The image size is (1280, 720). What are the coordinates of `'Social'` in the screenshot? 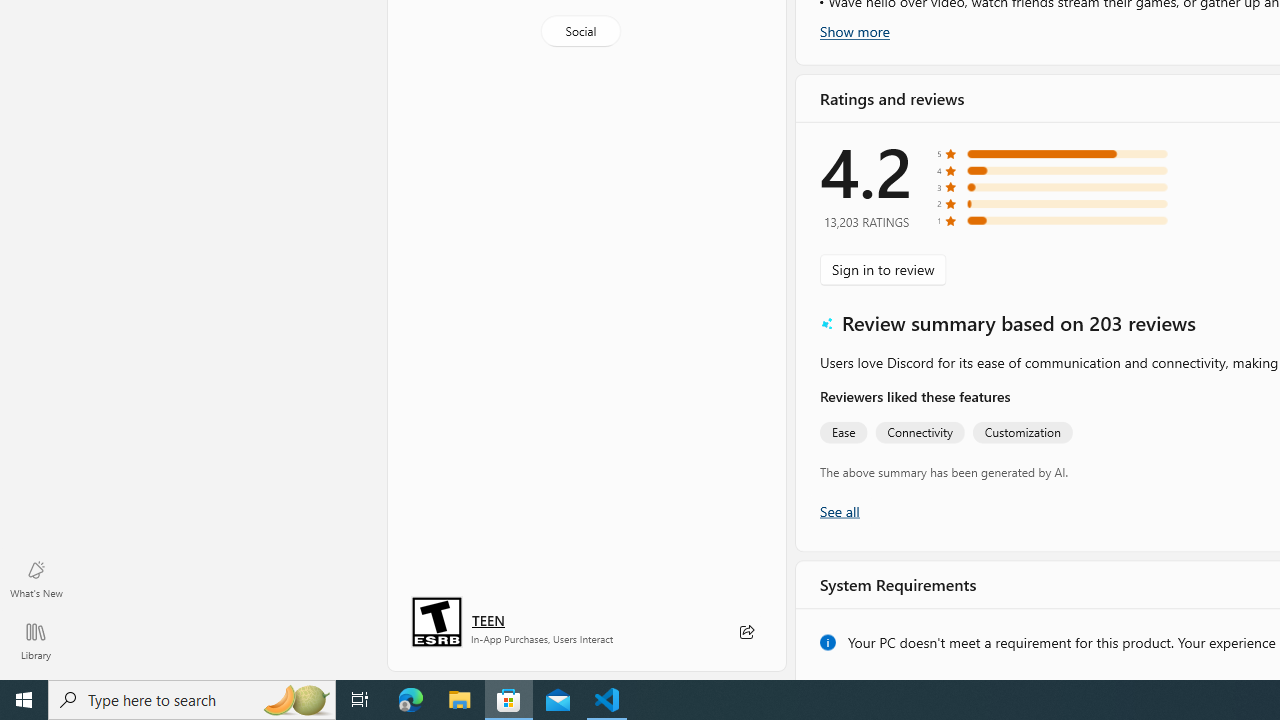 It's located at (578, 30).